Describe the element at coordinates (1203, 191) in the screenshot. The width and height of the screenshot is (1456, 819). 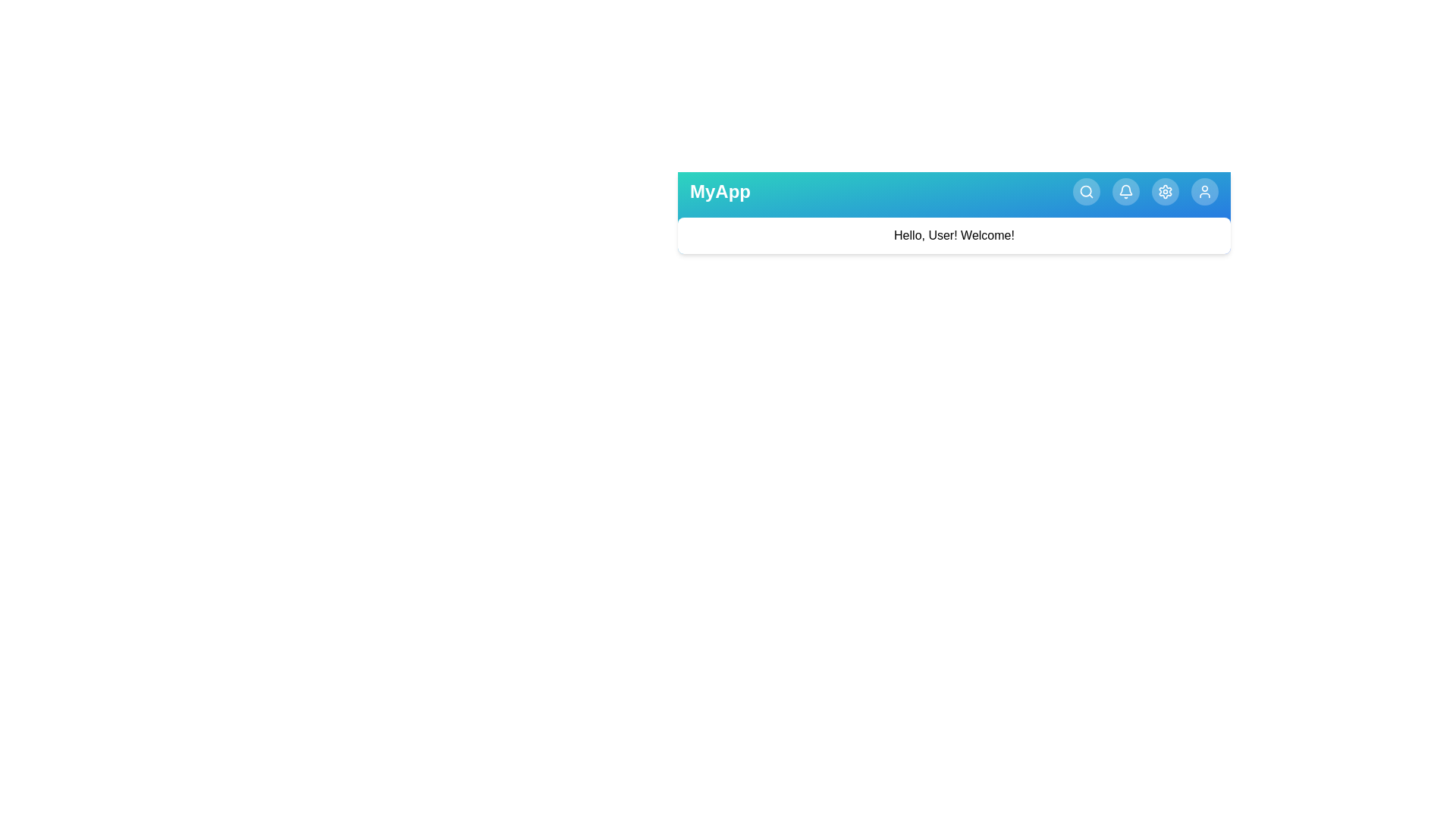
I see `the user profile button` at that location.